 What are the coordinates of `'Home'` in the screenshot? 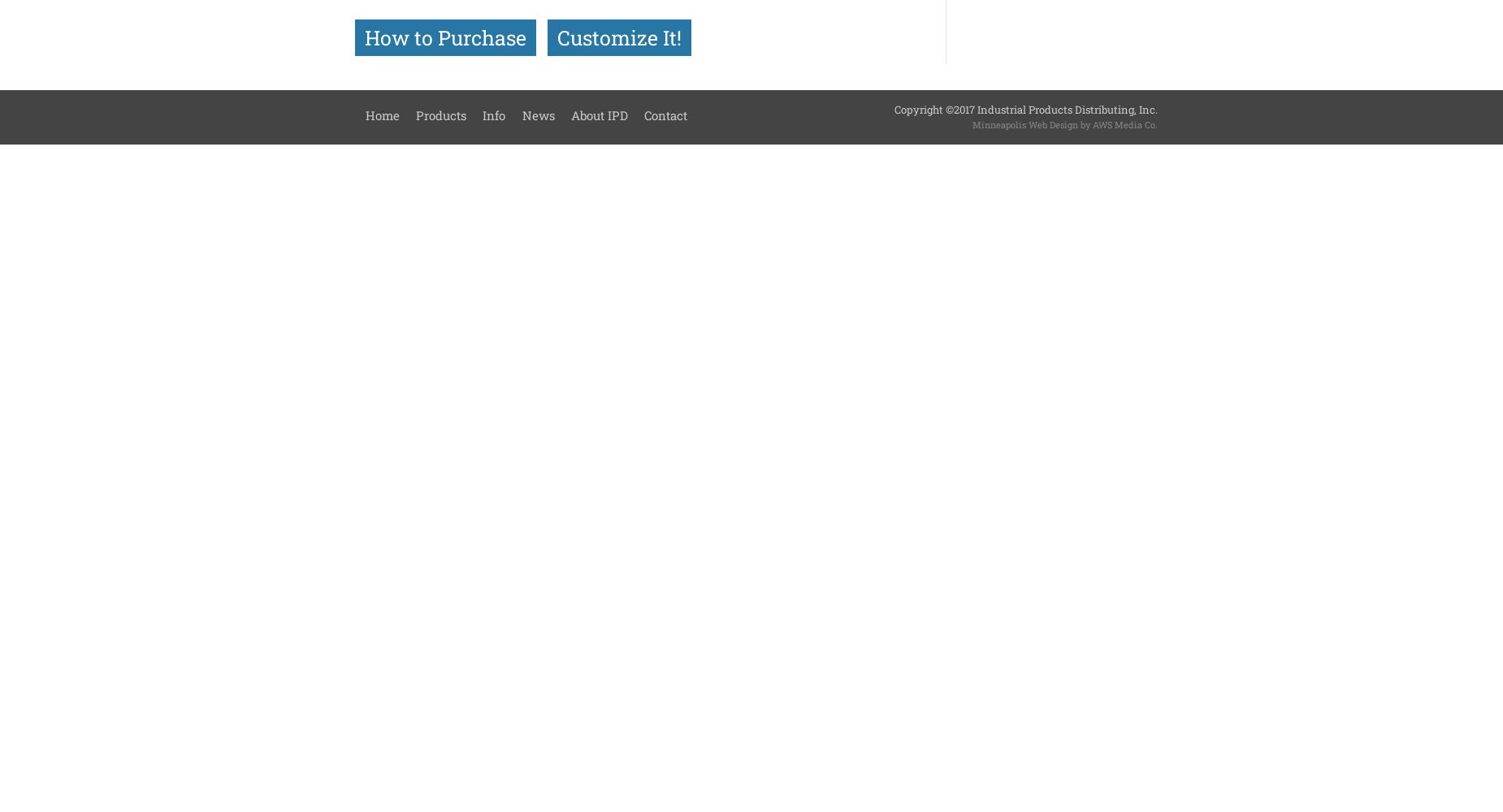 It's located at (364, 114).